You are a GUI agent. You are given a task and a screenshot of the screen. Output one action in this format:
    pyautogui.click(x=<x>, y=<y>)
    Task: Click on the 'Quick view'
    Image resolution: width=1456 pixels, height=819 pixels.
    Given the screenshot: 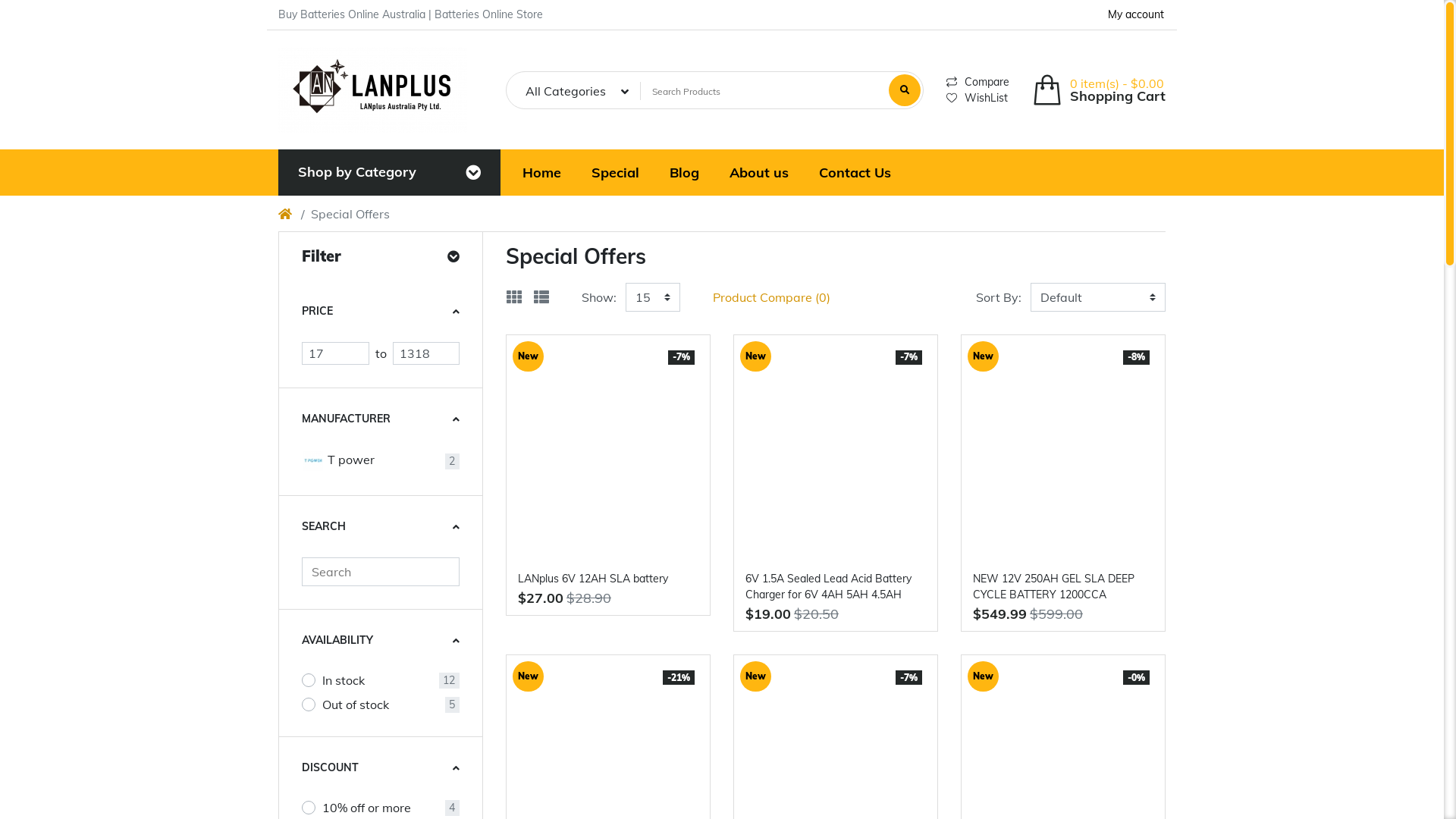 What is the action you would take?
    pyautogui.click(x=625, y=640)
    